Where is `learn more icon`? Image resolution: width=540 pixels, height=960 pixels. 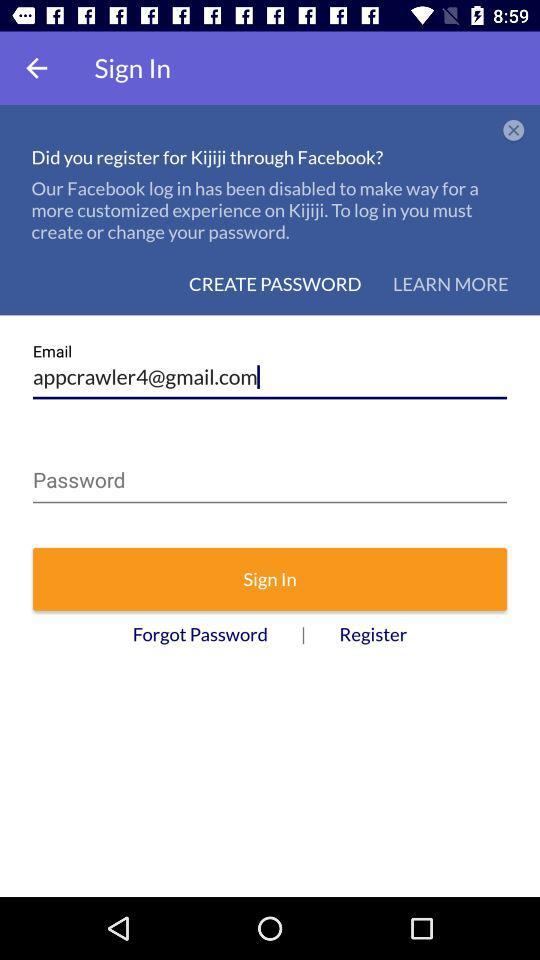
learn more icon is located at coordinates (450, 283).